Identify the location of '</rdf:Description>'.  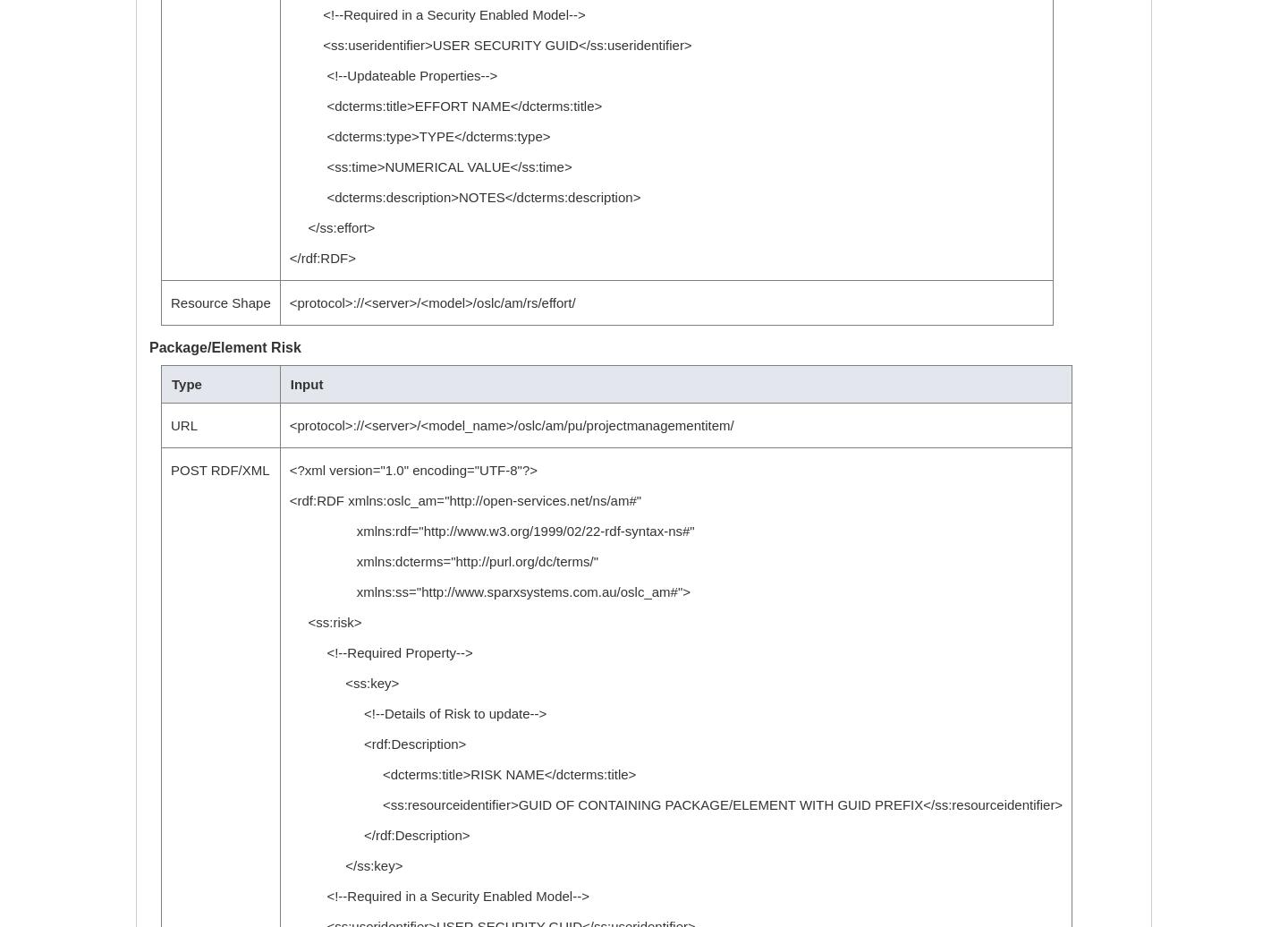
(378, 835).